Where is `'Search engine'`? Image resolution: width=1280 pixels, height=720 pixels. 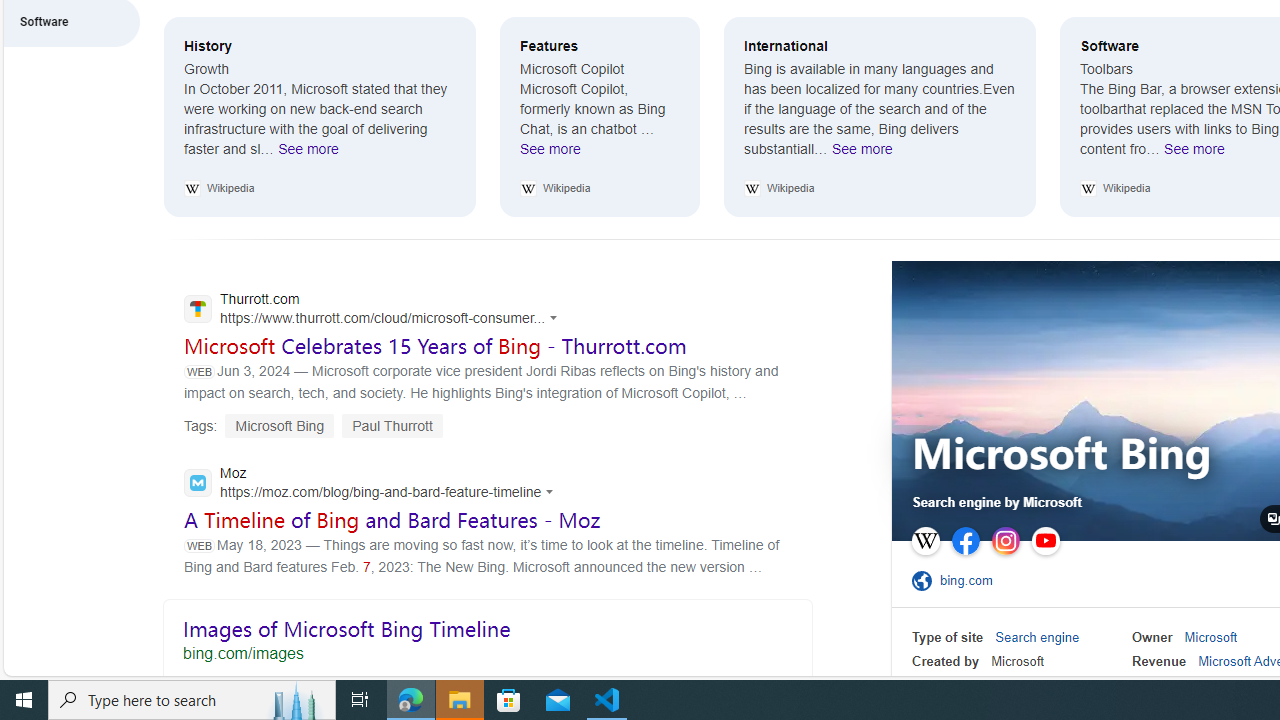
'Search engine' is located at coordinates (1037, 637).